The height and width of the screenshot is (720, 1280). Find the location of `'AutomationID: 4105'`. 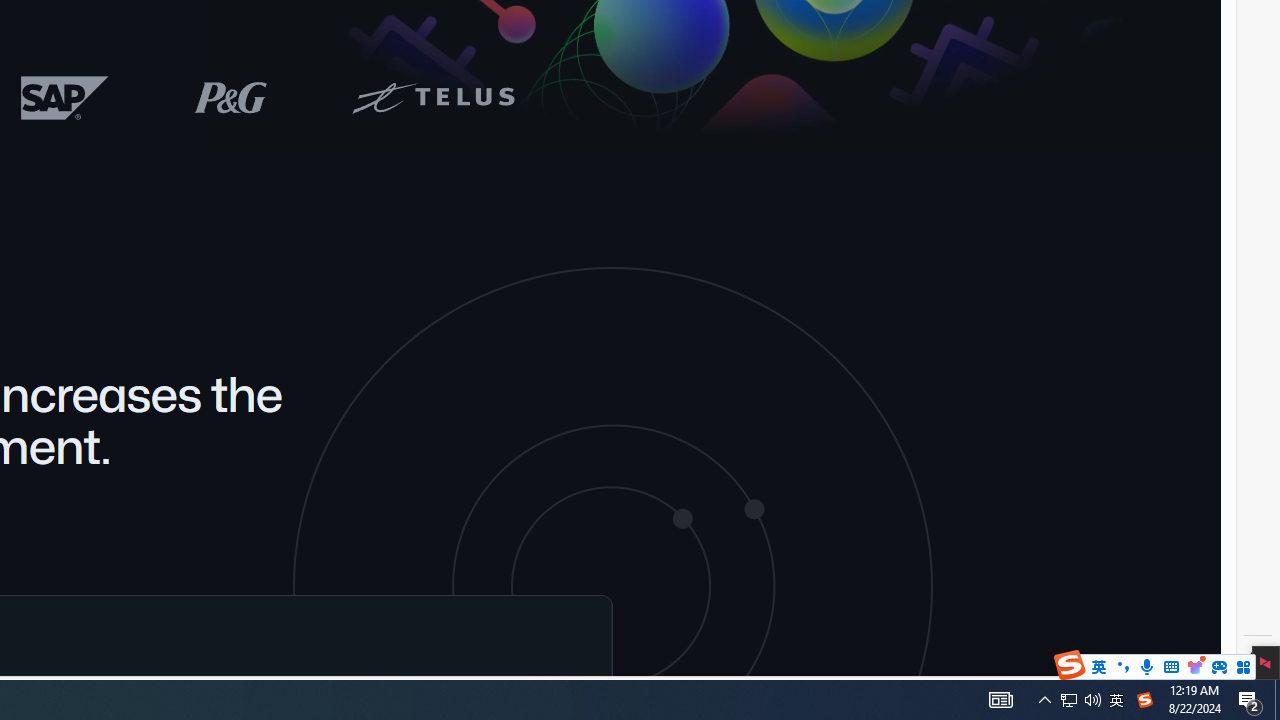

'AutomationID: 4105' is located at coordinates (1044, 698).